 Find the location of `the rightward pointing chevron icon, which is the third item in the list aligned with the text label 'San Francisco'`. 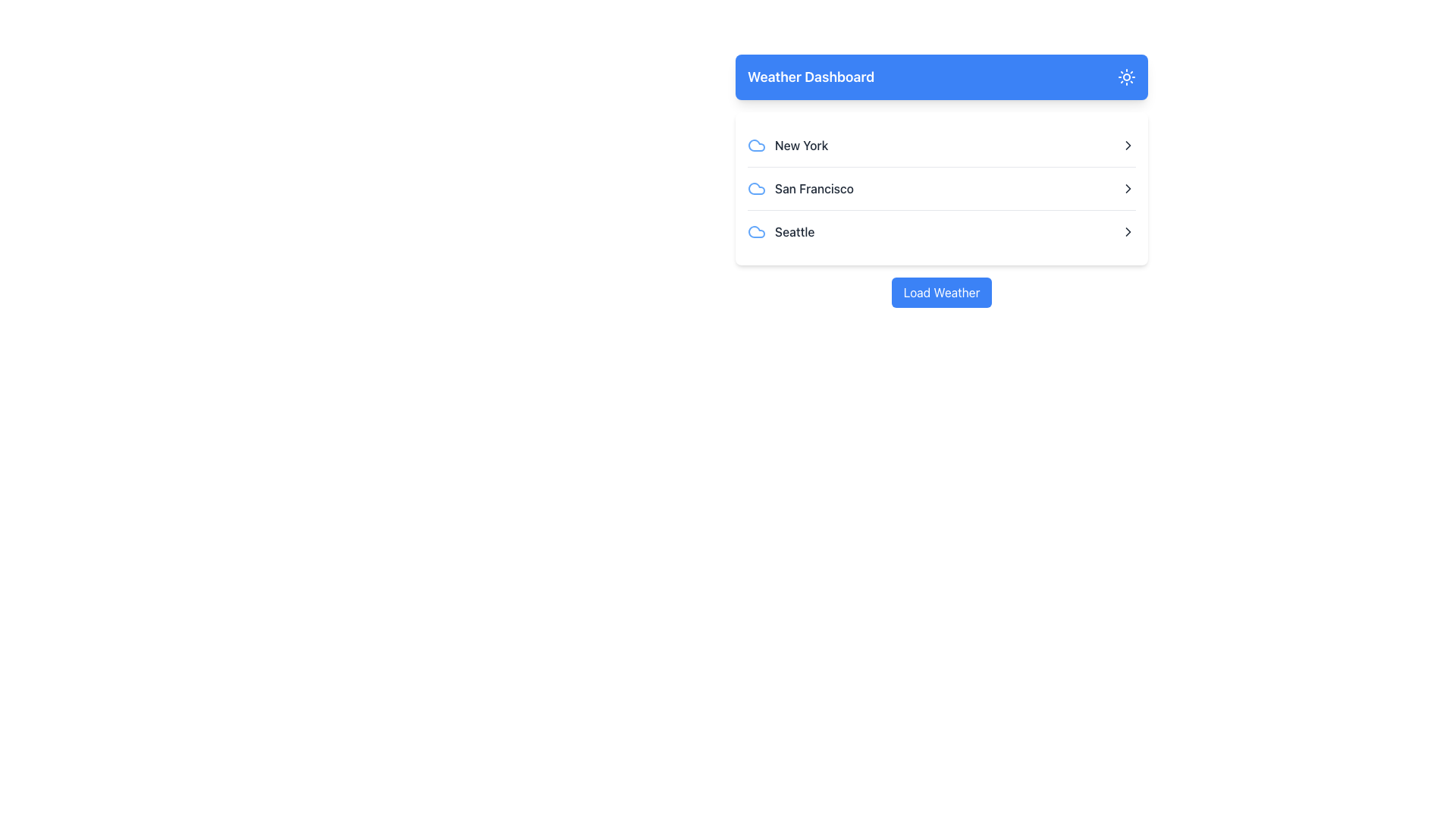

the rightward pointing chevron icon, which is the third item in the list aligned with the text label 'San Francisco' is located at coordinates (1128, 188).